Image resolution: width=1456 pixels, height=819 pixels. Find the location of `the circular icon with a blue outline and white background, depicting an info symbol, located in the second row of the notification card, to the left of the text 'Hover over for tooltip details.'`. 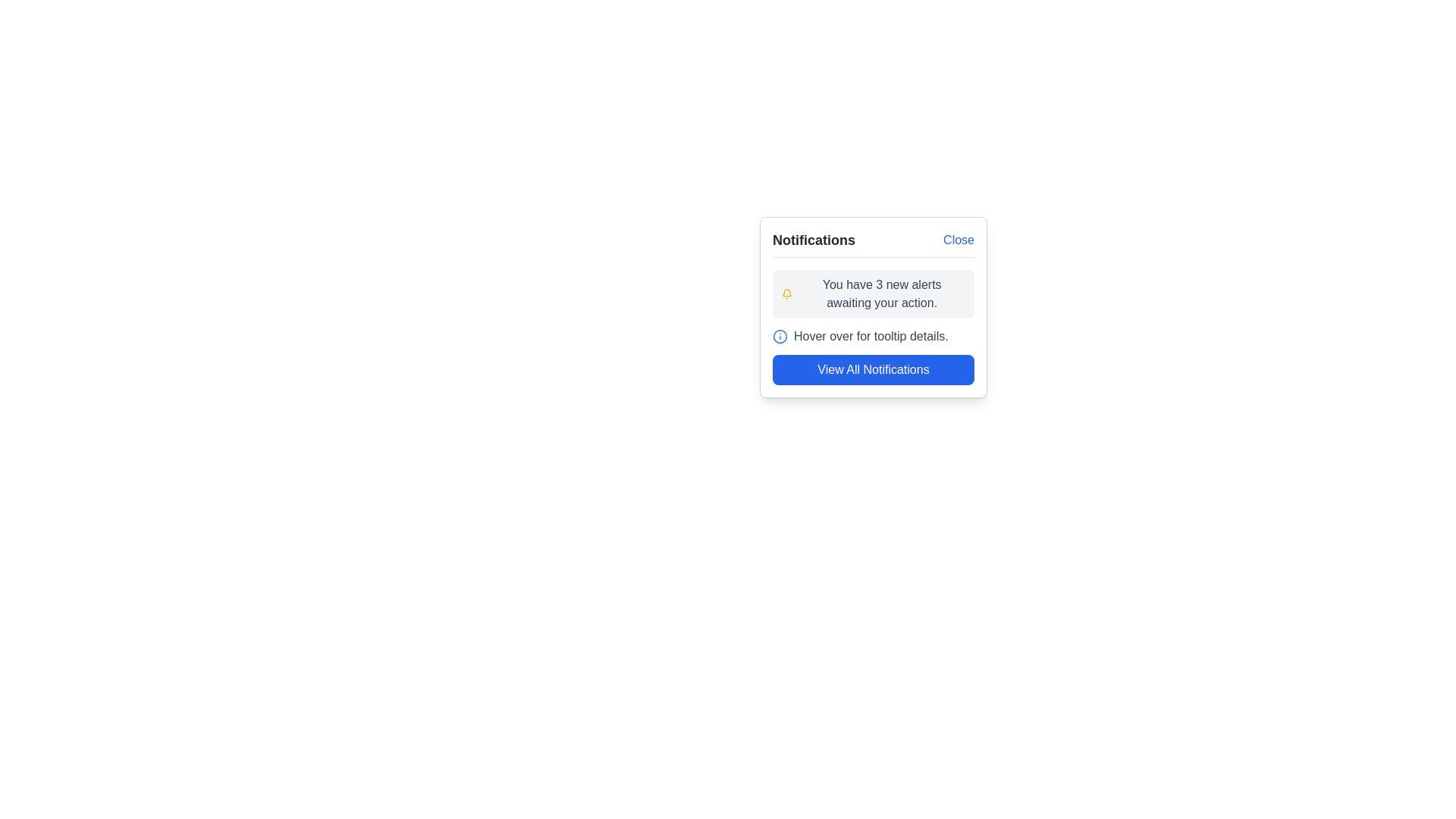

the circular icon with a blue outline and white background, depicting an info symbol, located in the second row of the notification card, to the left of the text 'Hover over for tooltip details.' is located at coordinates (780, 335).